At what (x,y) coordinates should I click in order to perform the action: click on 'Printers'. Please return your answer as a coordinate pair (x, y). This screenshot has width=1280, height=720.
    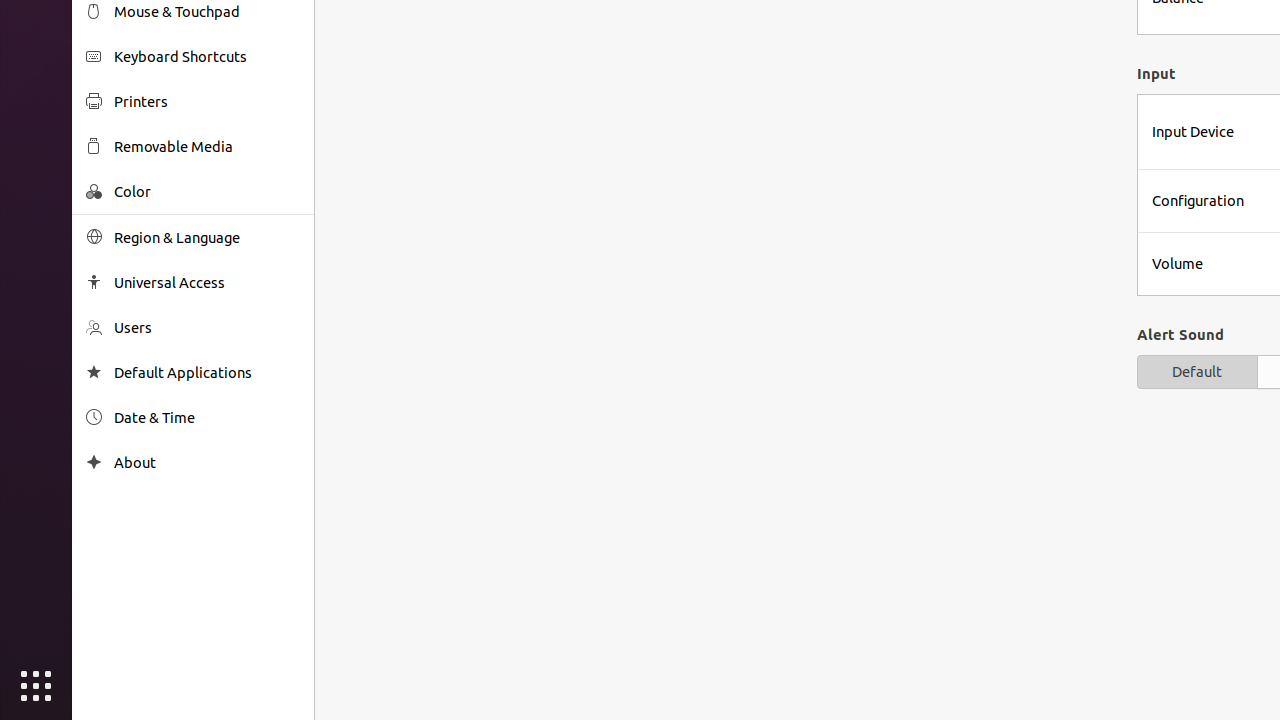
    Looking at the image, I should click on (206, 101).